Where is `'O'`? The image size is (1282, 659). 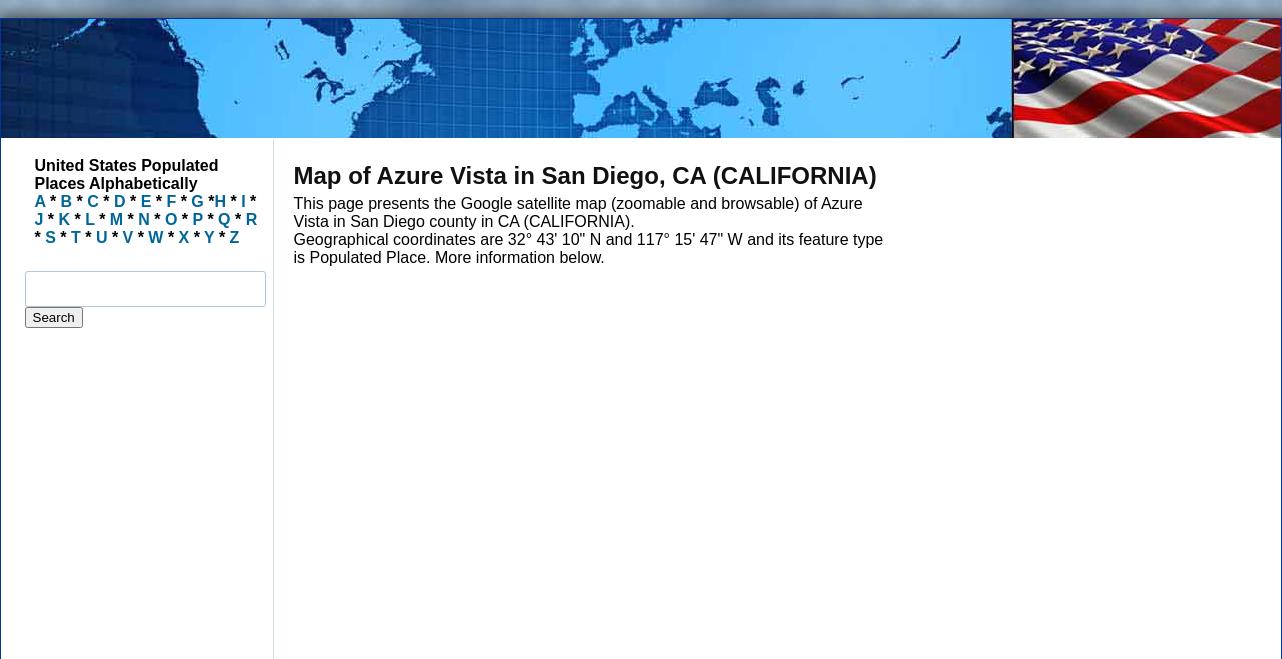 'O' is located at coordinates (169, 219).